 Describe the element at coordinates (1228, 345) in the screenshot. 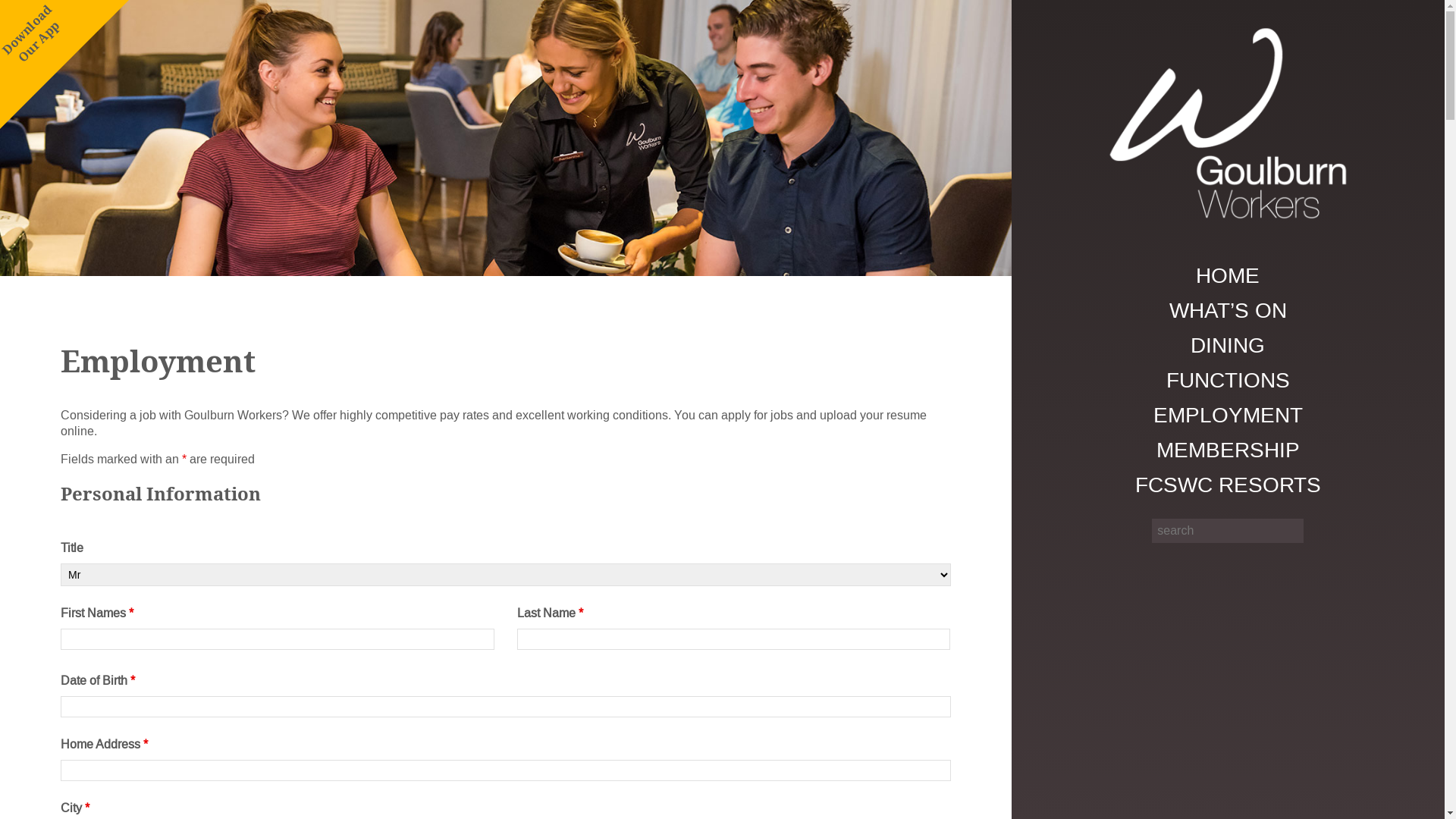

I see `'DINING'` at that location.